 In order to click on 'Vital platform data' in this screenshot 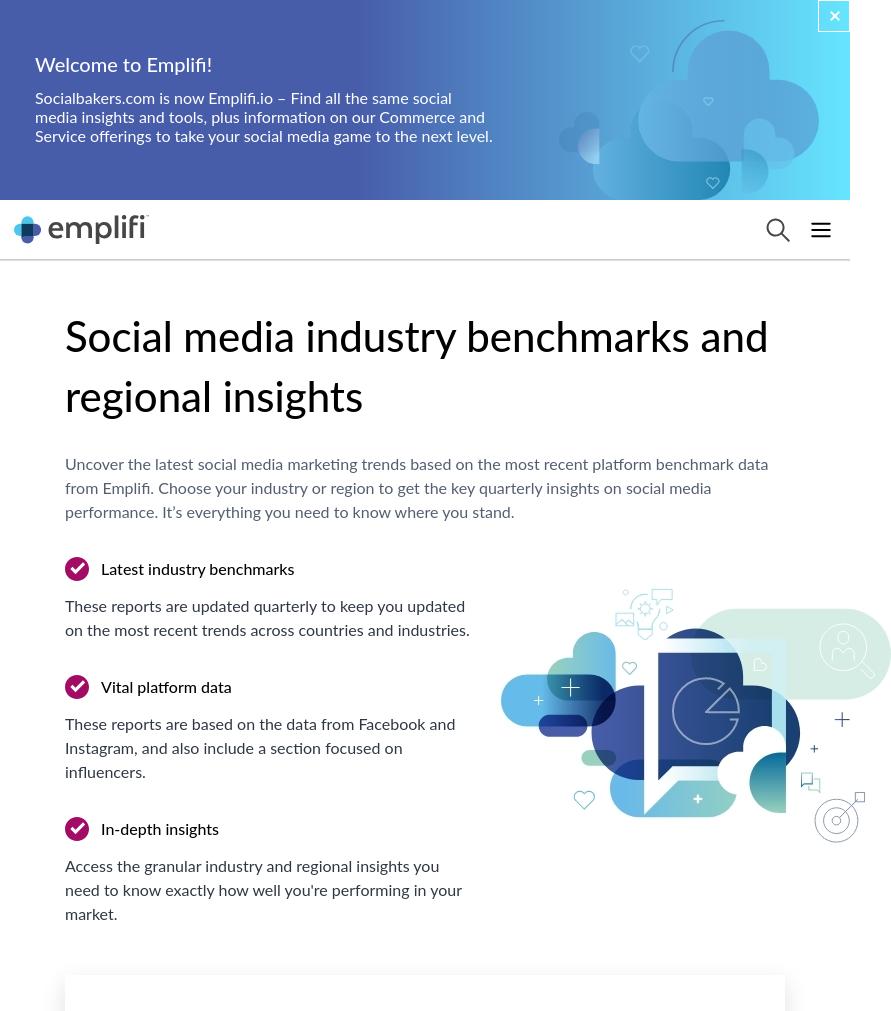, I will do `click(164, 686)`.